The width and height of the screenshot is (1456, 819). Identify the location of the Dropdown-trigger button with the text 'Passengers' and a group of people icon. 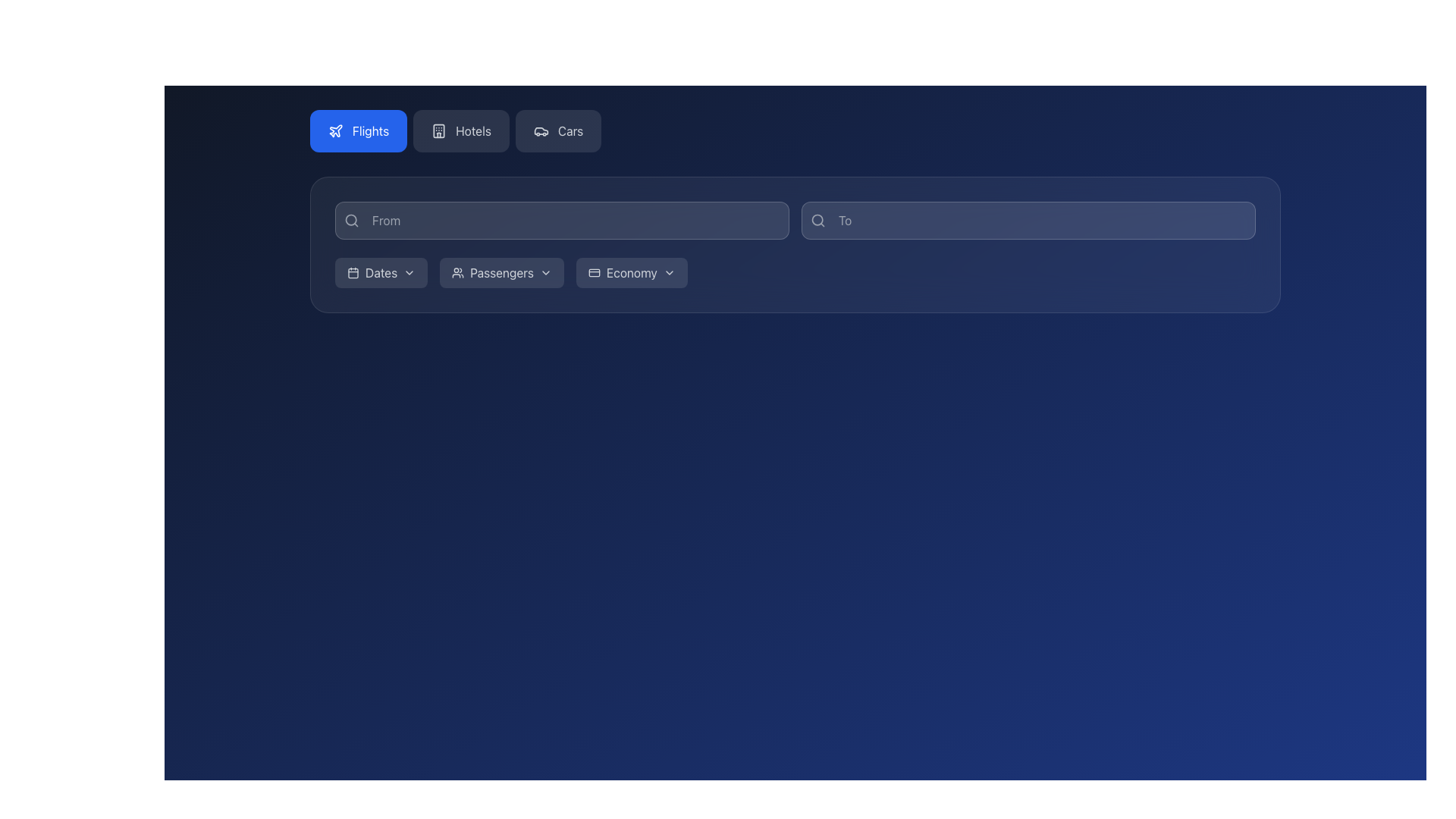
(502, 271).